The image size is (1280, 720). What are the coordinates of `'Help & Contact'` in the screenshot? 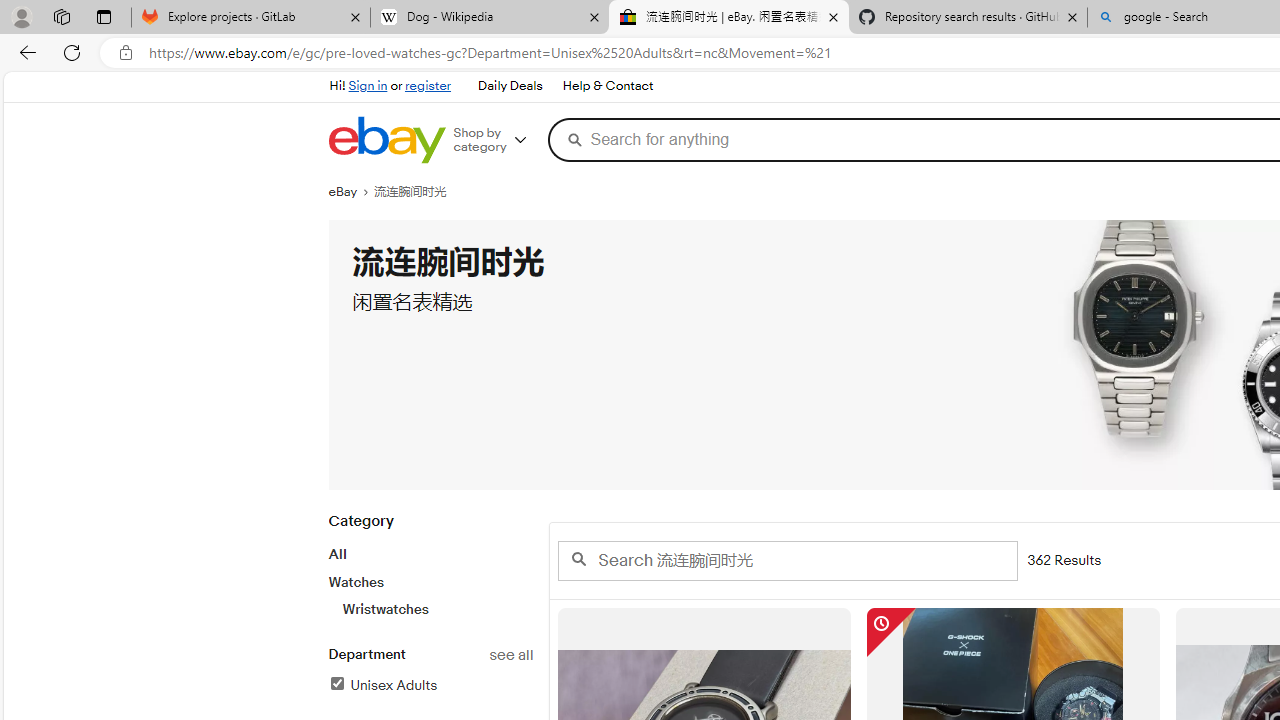 It's located at (607, 86).